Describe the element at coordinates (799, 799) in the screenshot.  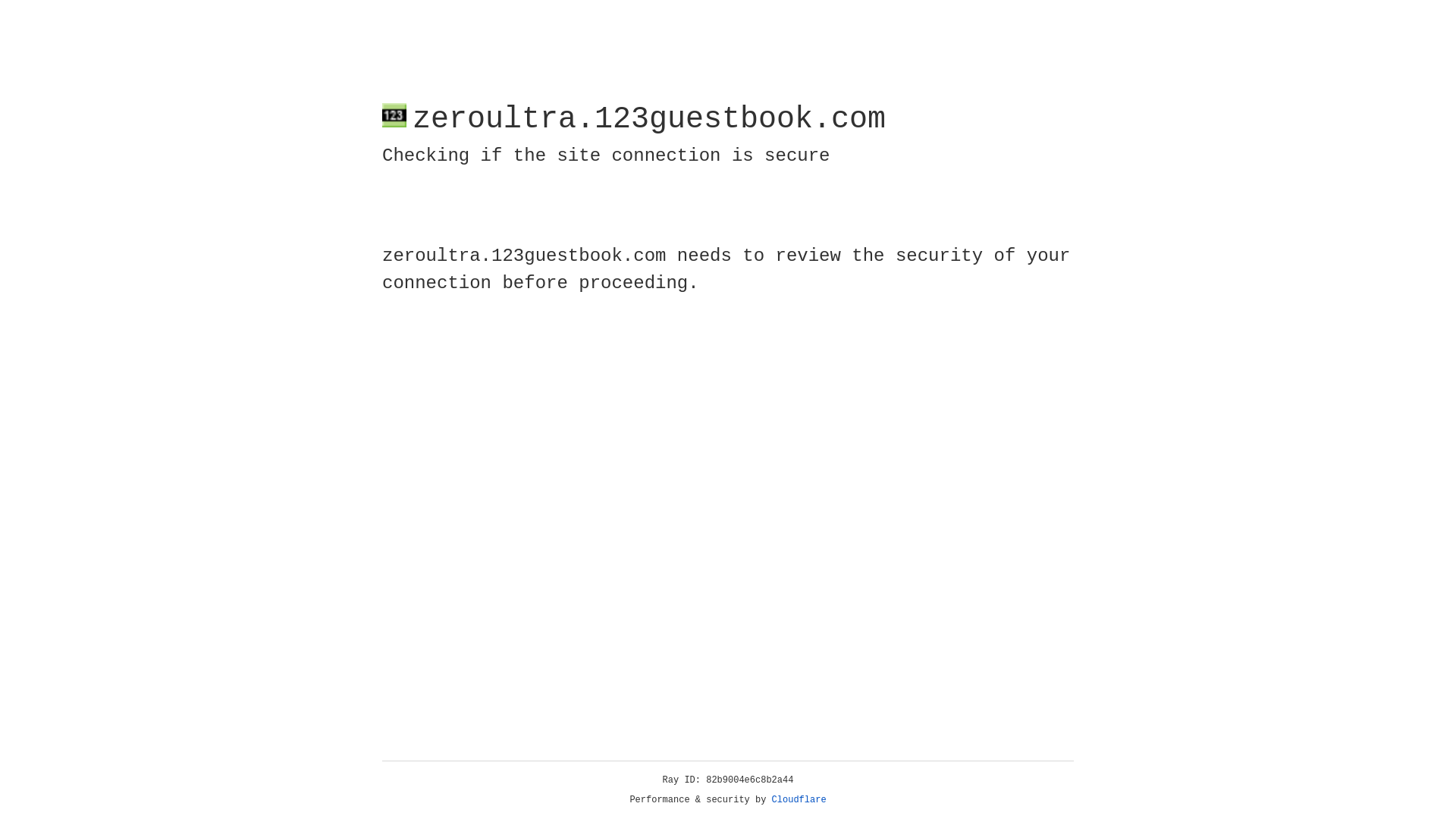
I see `'Cloudflare'` at that location.